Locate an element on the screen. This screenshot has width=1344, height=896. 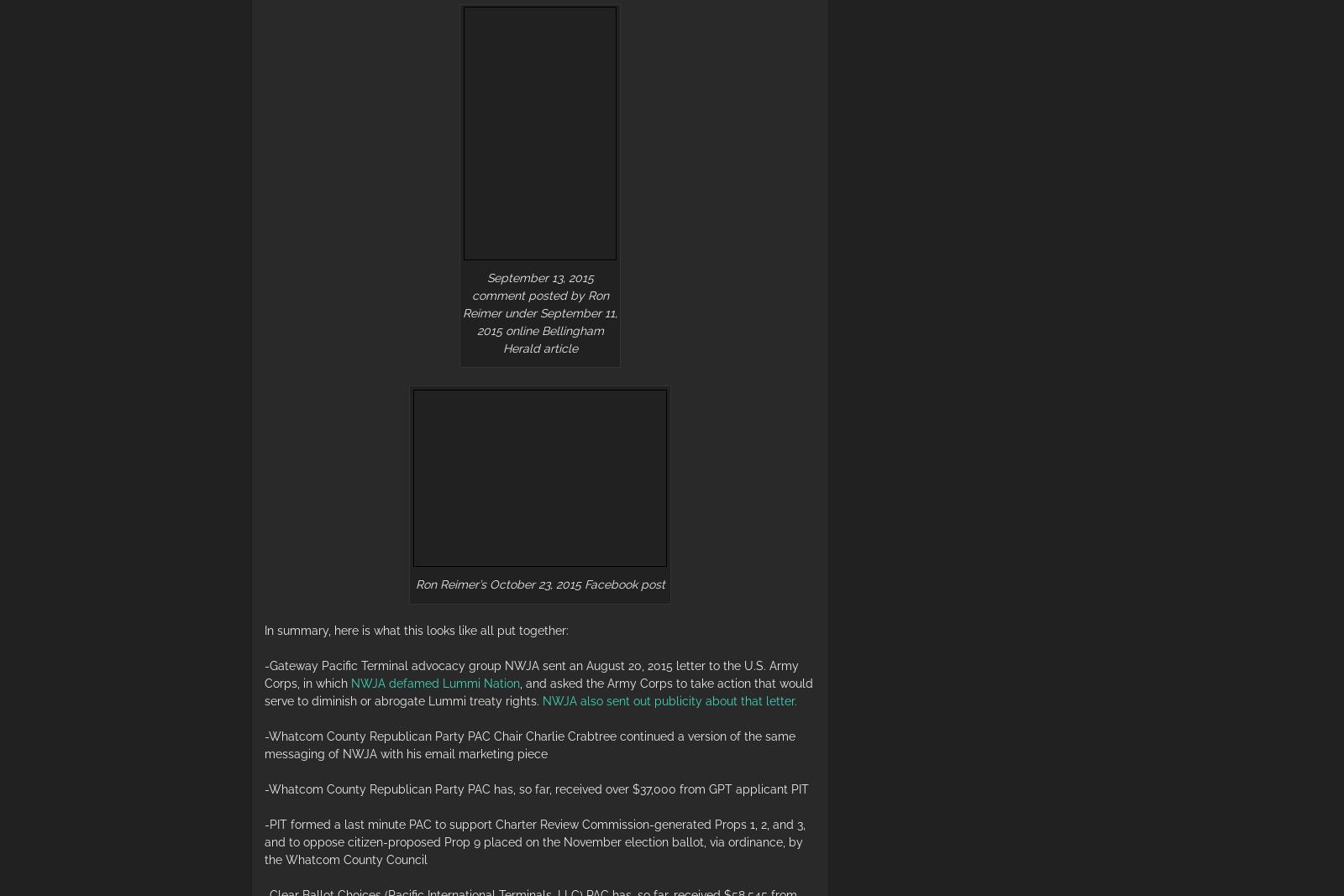
'-Gateway Pacific Terminal advocacy group NWJA sent an August 20, 2015 letter to the U.S. Army Corps, in which' is located at coordinates (531, 673).